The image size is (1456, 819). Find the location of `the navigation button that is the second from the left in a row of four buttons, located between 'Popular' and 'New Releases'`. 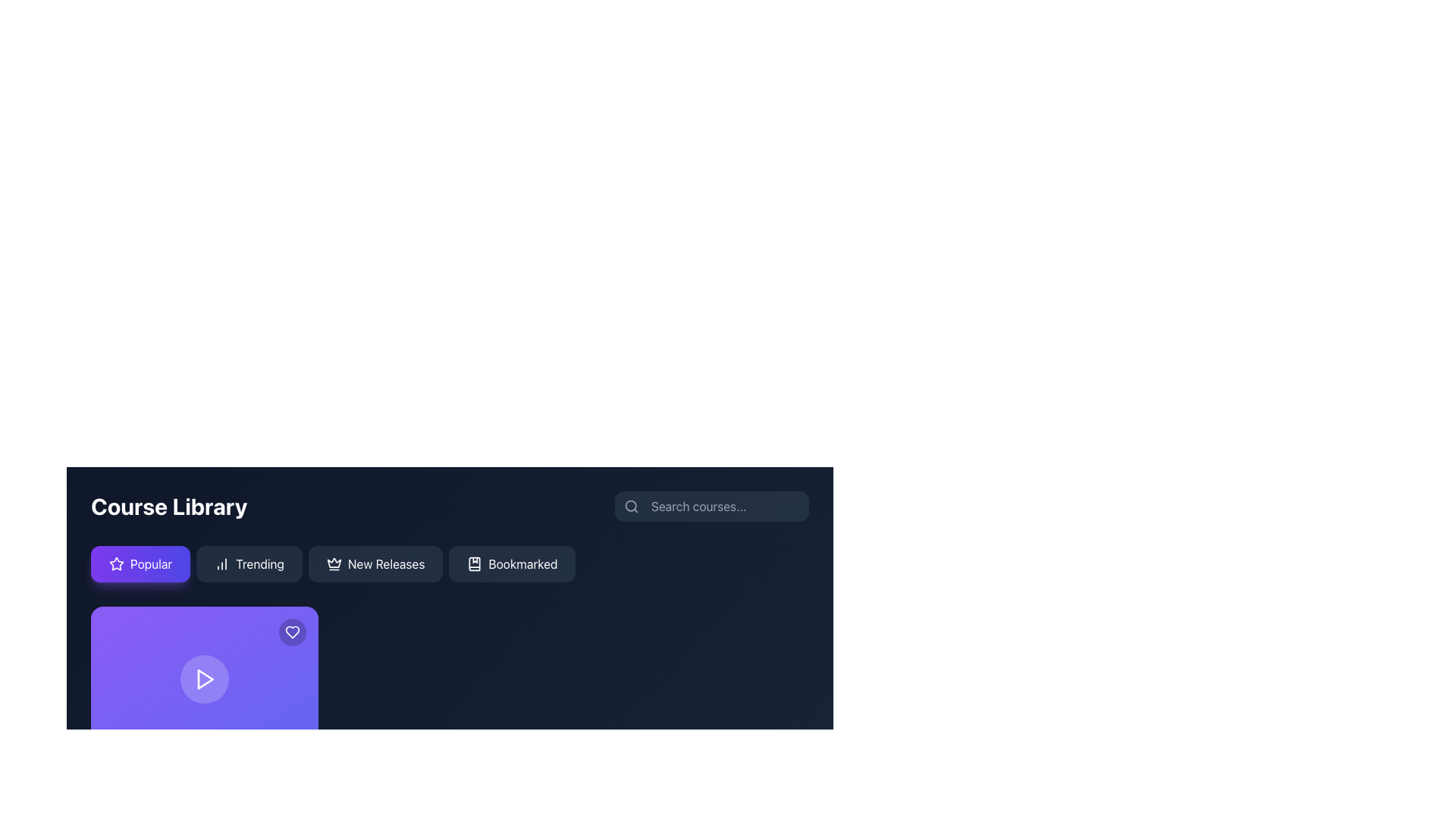

the navigation button that is the second from the left in a row of four buttons, located between 'Popular' and 'New Releases' is located at coordinates (249, 564).